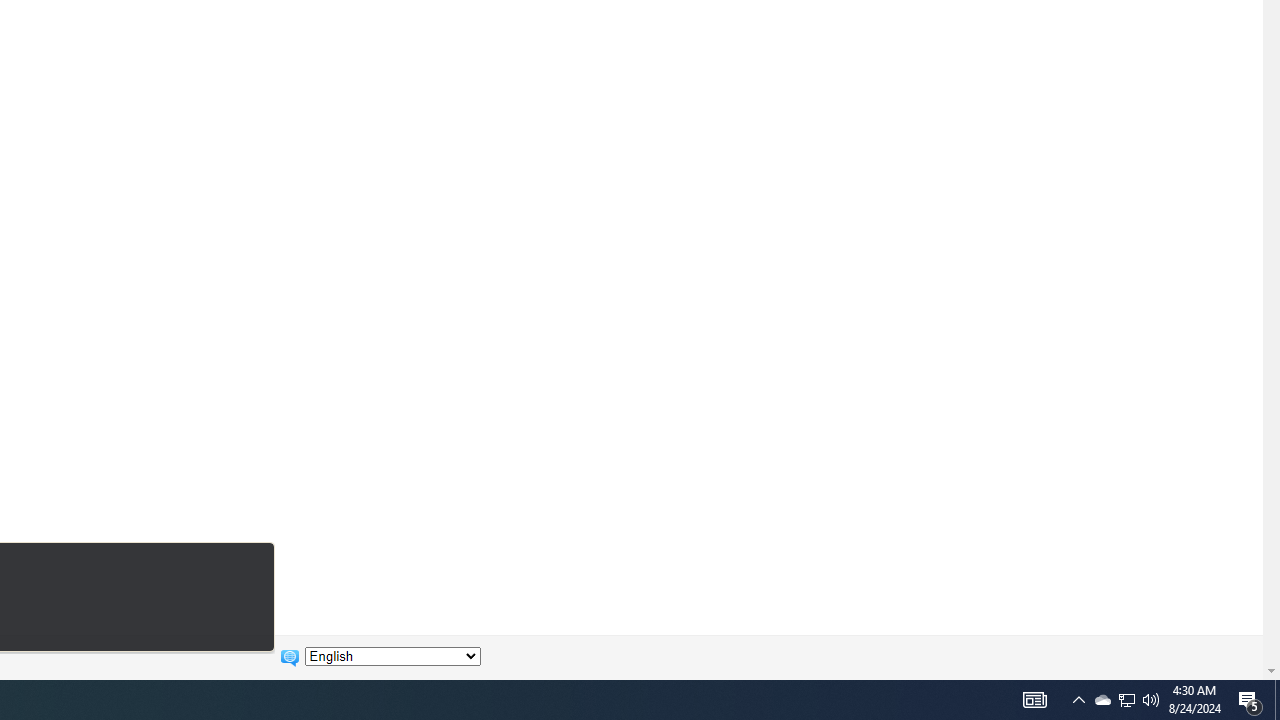  What do you see at coordinates (392, 656) in the screenshot?
I see `'Change language:'` at bounding box center [392, 656].